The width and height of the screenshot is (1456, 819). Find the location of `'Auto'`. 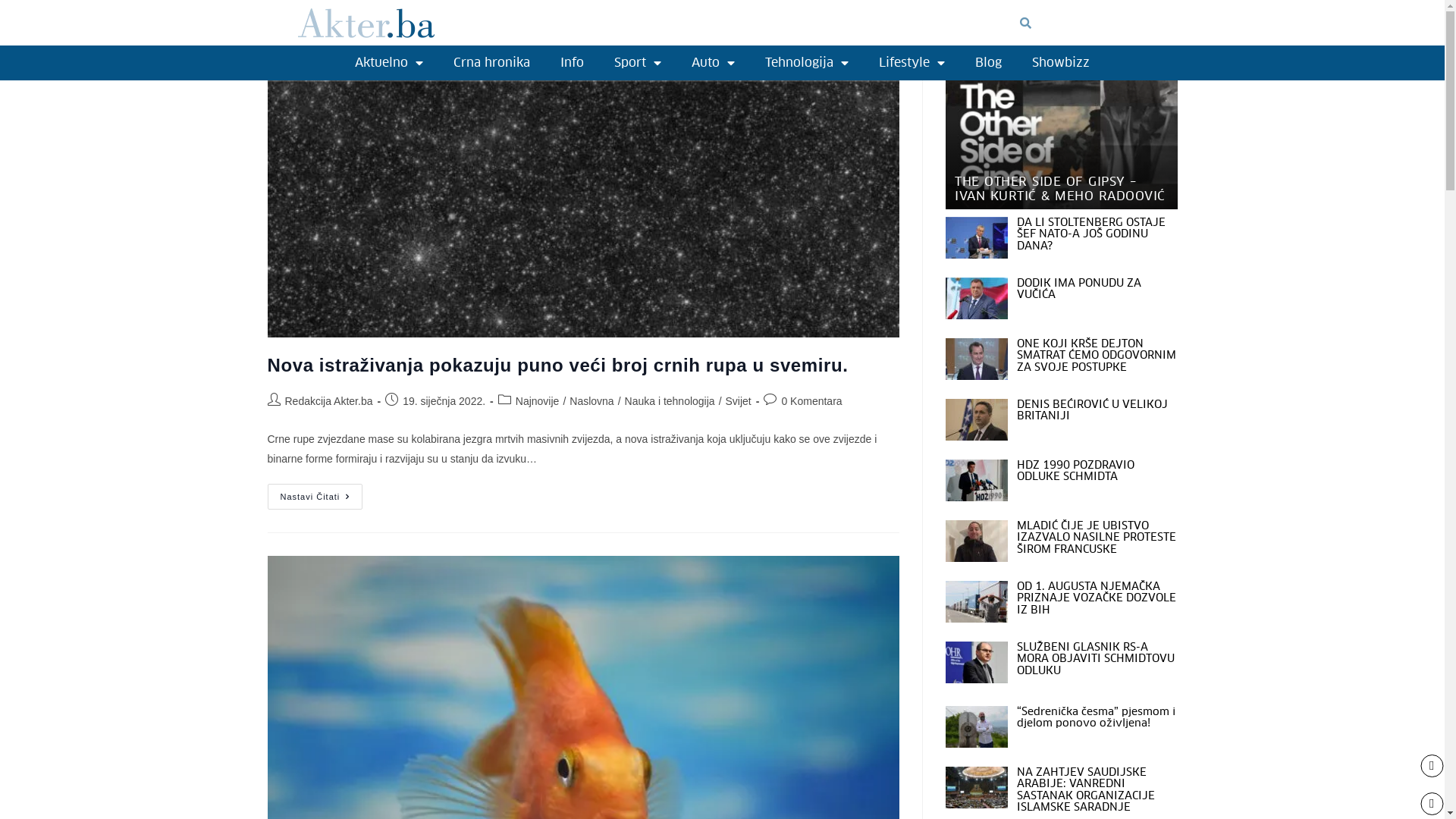

'Auto' is located at coordinates (676, 62).